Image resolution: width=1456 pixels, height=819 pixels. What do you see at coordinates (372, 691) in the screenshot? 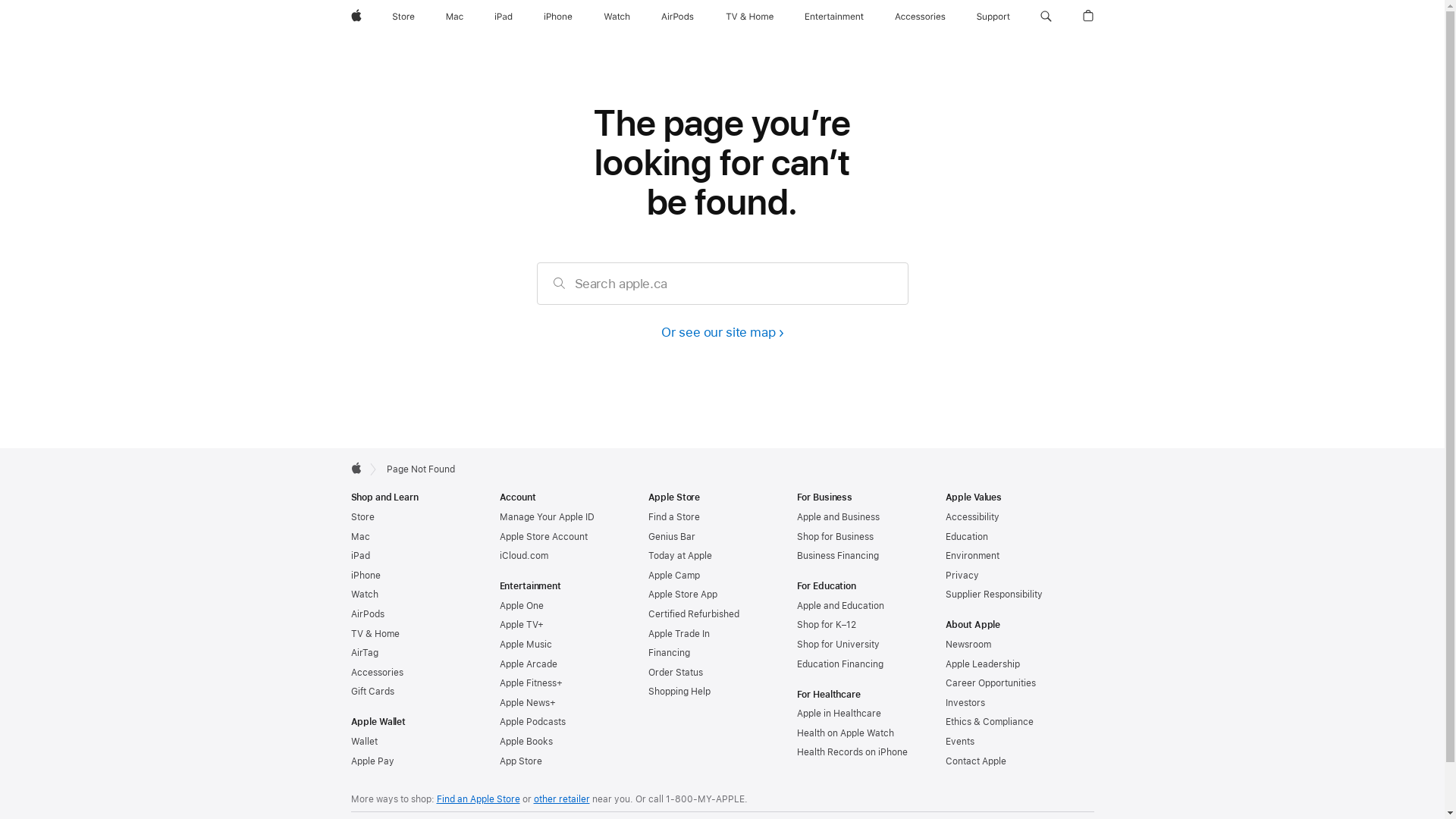
I see `'Gift Cards'` at bounding box center [372, 691].